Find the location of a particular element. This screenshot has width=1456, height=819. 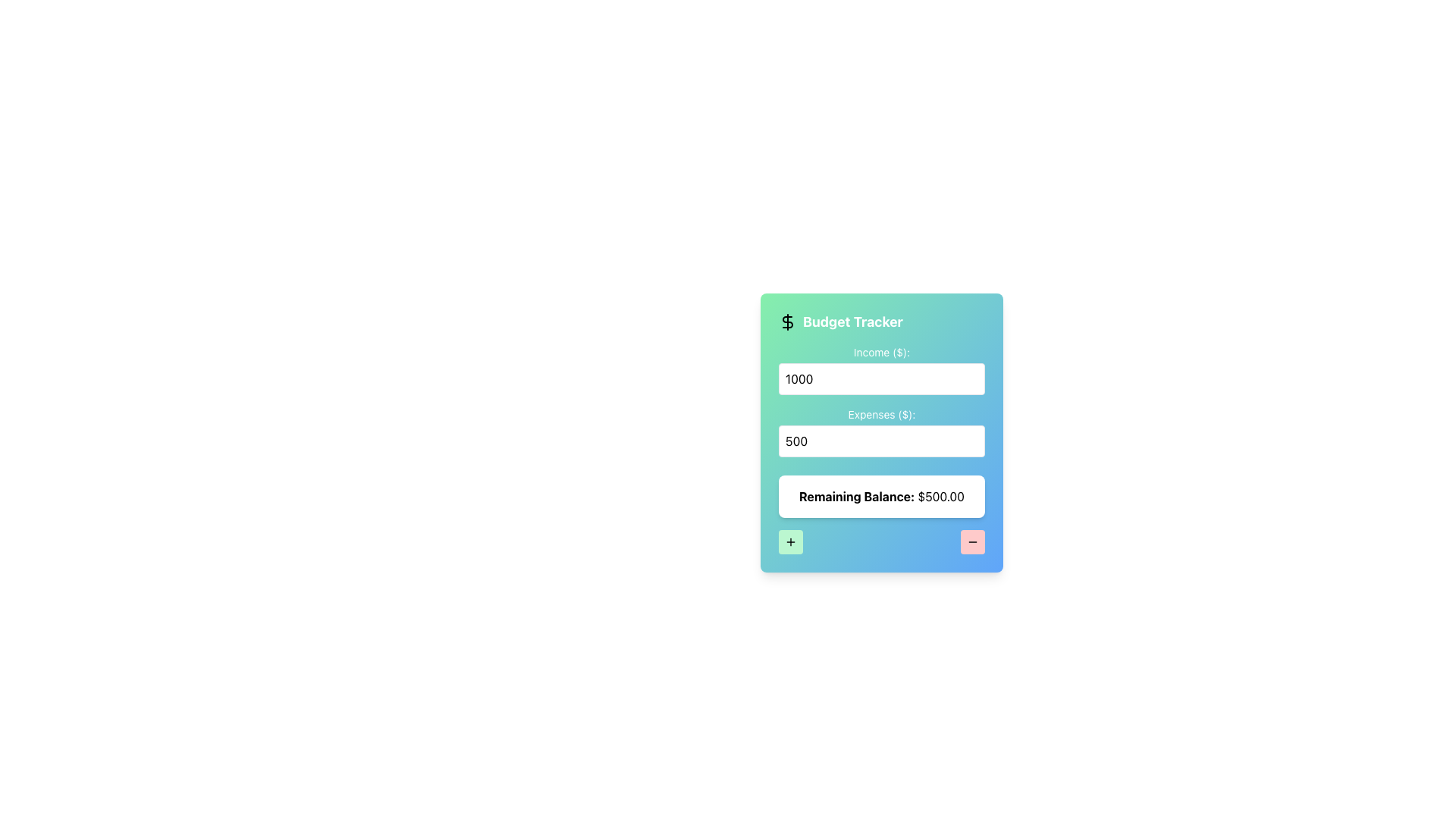

the dollar sign icon, which is an SVG graphic with rounded edges, black in color, and positioned on a green background, located to the left of the 'Budget Tracker' text is located at coordinates (787, 321).